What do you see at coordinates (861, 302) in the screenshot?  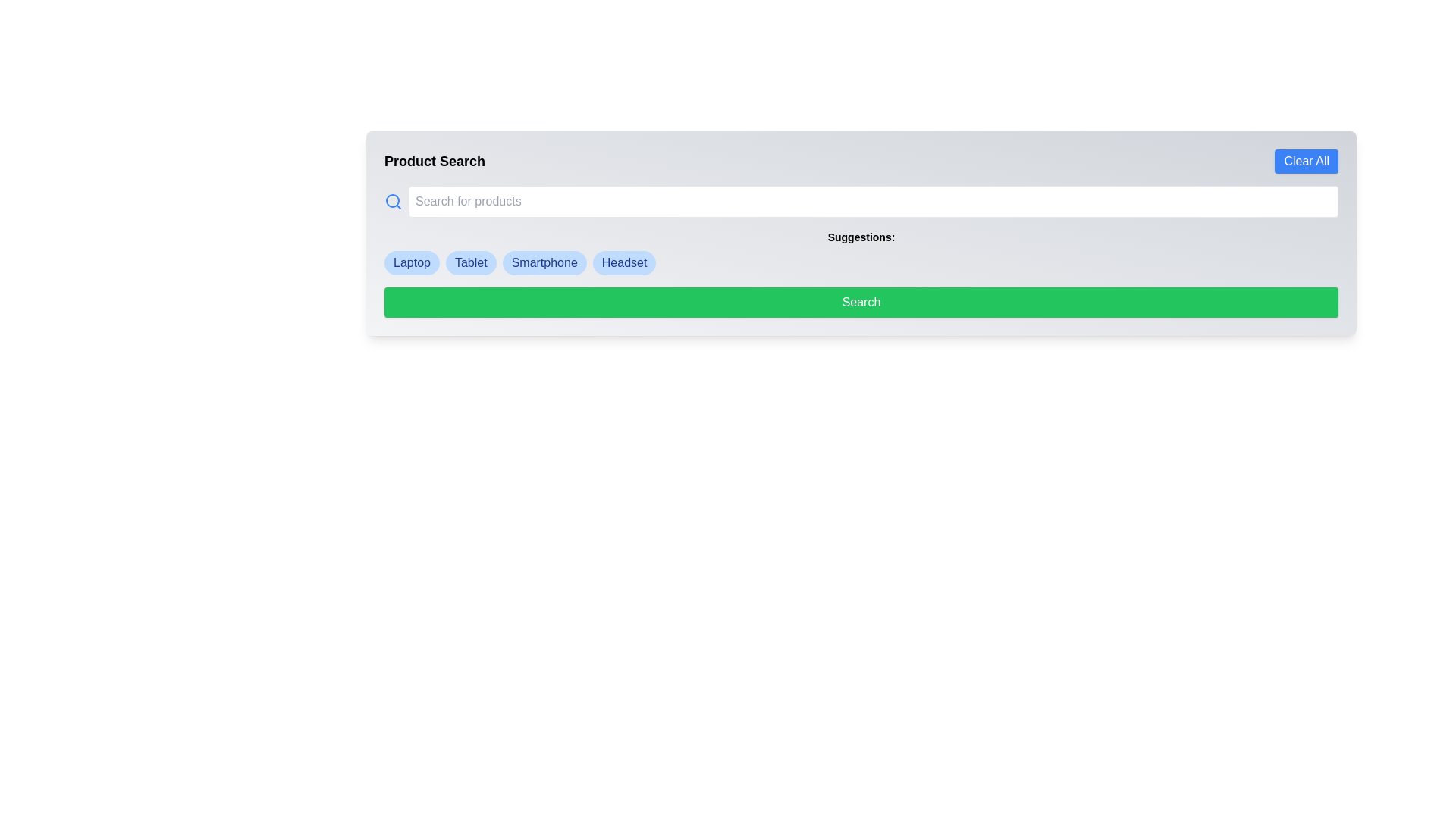 I see `the search button located below the 'Suggestions' section` at bounding box center [861, 302].